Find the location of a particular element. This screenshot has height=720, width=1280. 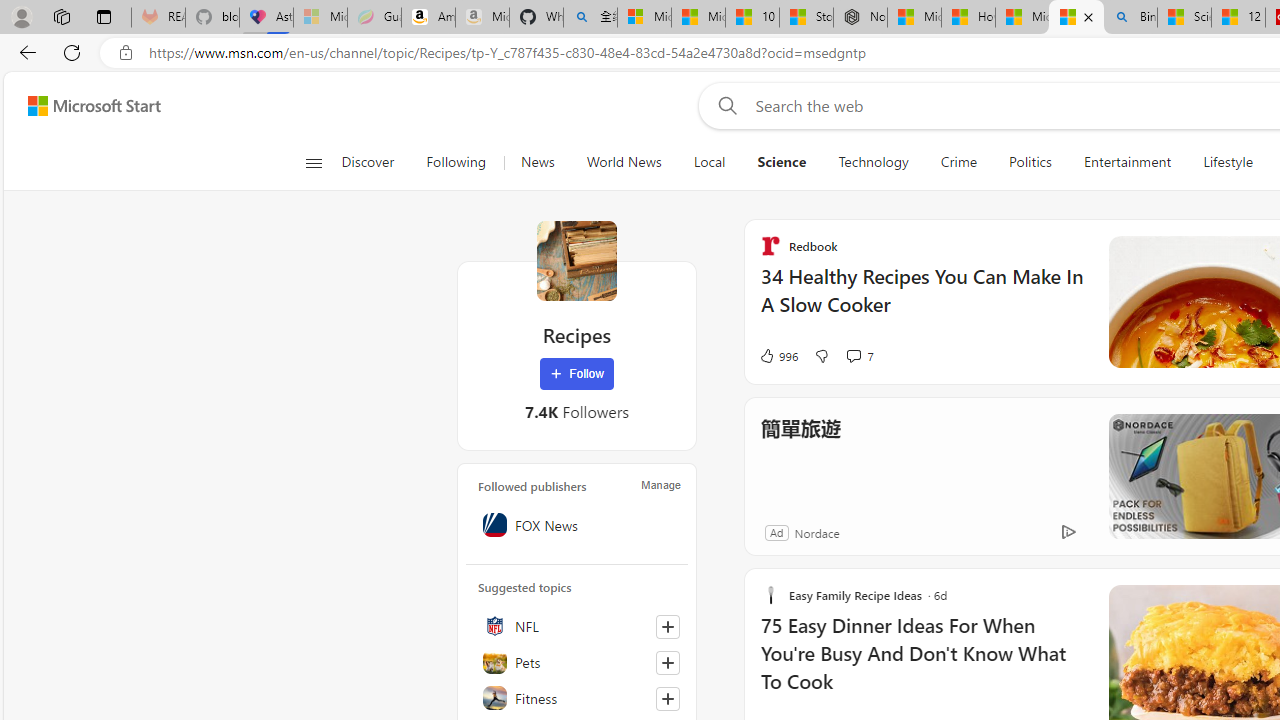

'996 Like' is located at coordinates (777, 355).